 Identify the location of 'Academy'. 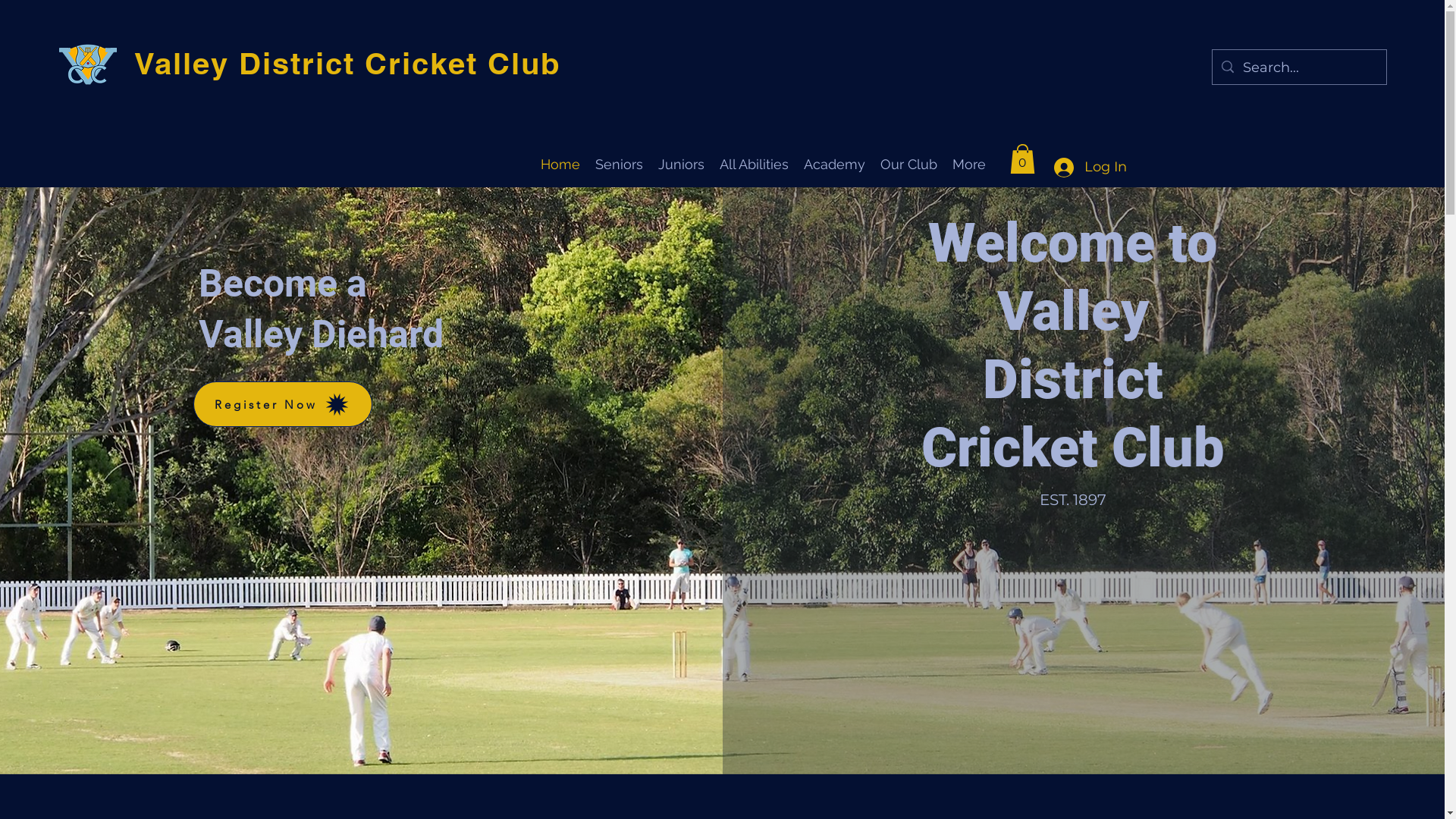
(833, 163).